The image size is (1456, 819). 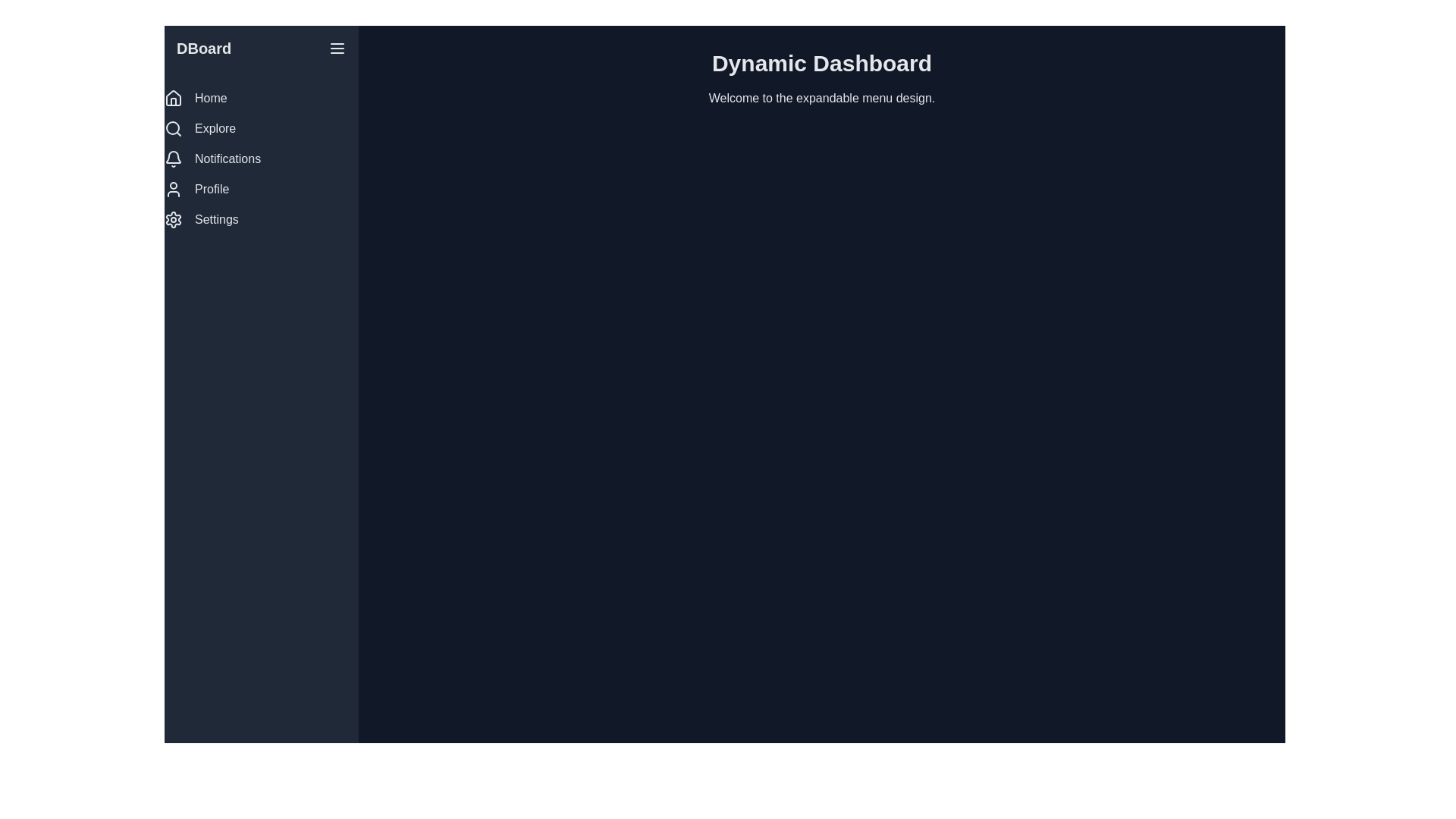 I want to click on the 'Home' icon, which is a house structure icon located at the top of the sidebar menu, so click(x=174, y=97).